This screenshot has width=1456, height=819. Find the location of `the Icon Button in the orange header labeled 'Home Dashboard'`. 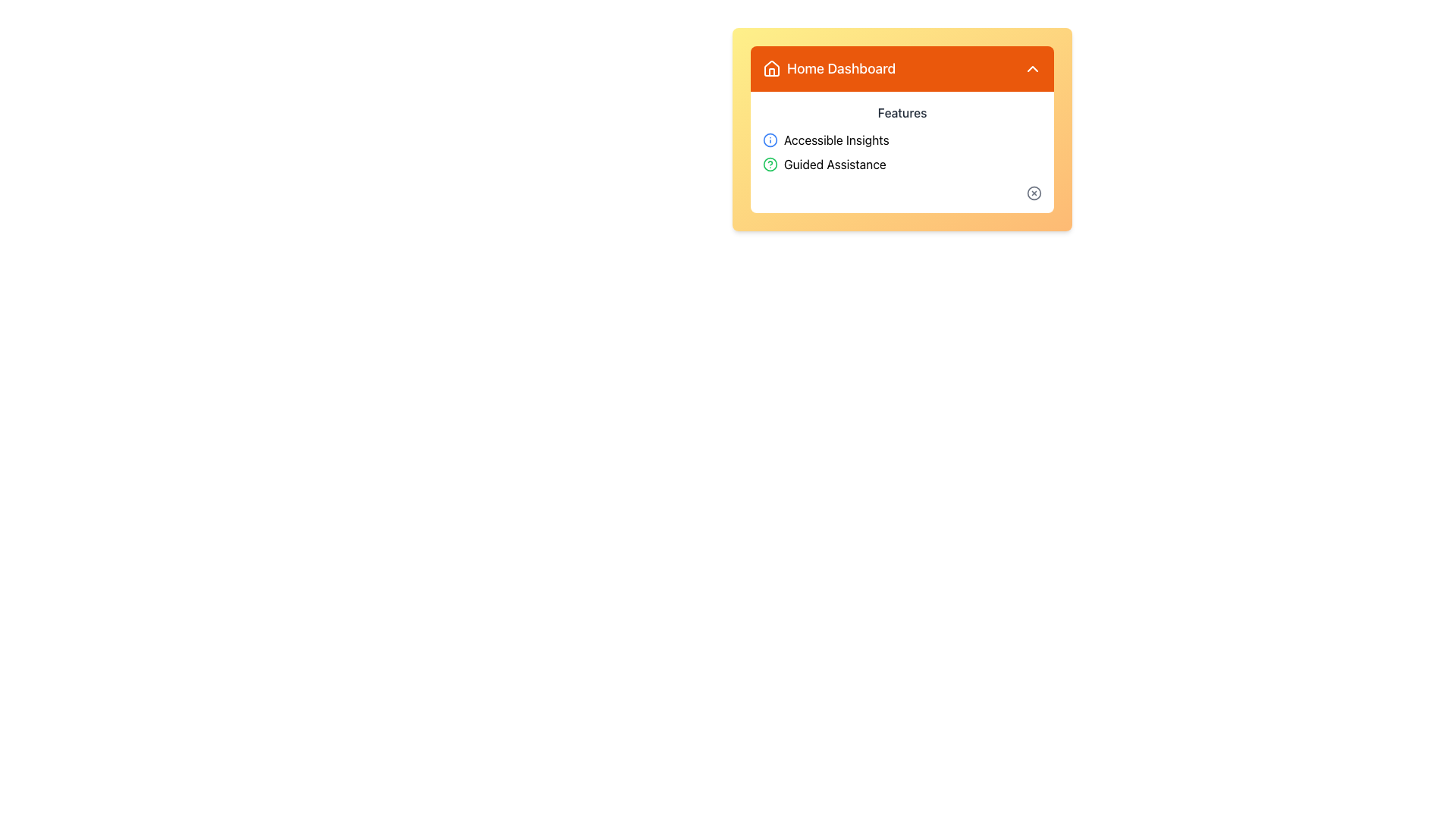

the Icon Button in the orange header labeled 'Home Dashboard' is located at coordinates (1032, 69).